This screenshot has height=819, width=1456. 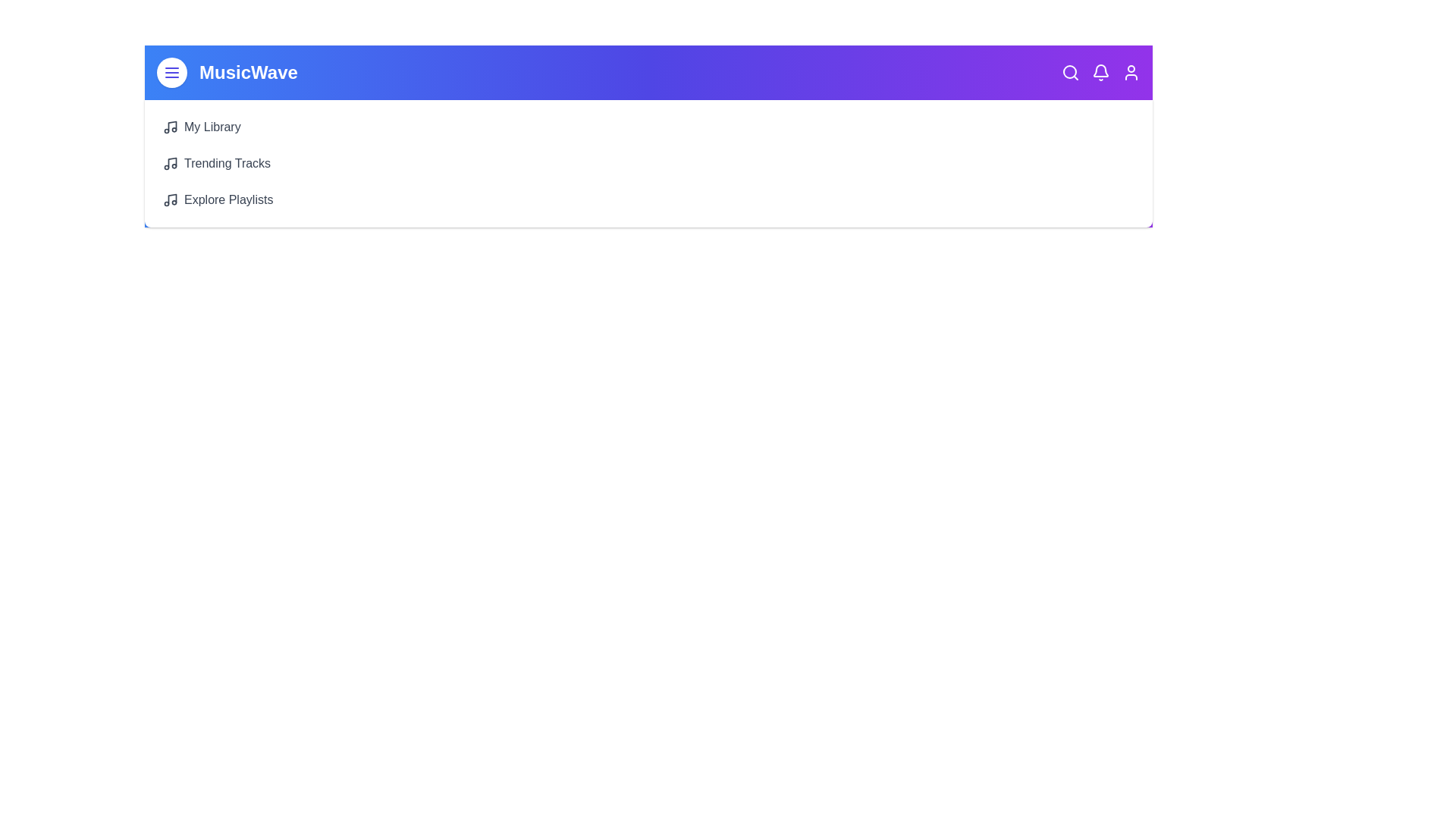 I want to click on the search icon to initiate a search, so click(x=1069, y=73).